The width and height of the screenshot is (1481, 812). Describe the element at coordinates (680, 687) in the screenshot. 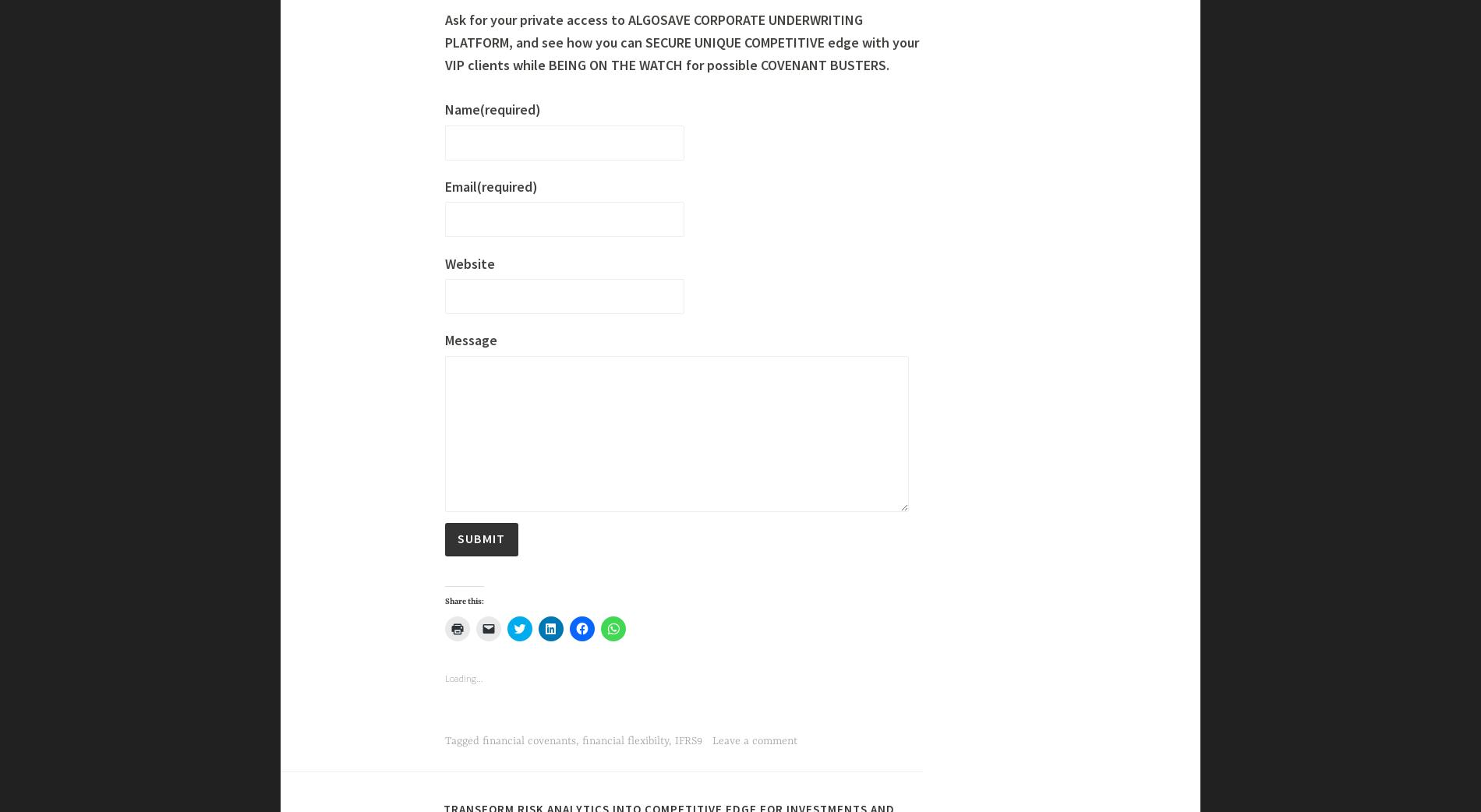

I see `'Ask for your private access to ALGOSAVE CORPORATE UNDERWRITING PLATFORM, and see how you can SECURE UNIQUE COMPETITIVE edge with your VIP clients while BEING ON THE WATCH for possible COVENANT BUSTERS.'` at that location.